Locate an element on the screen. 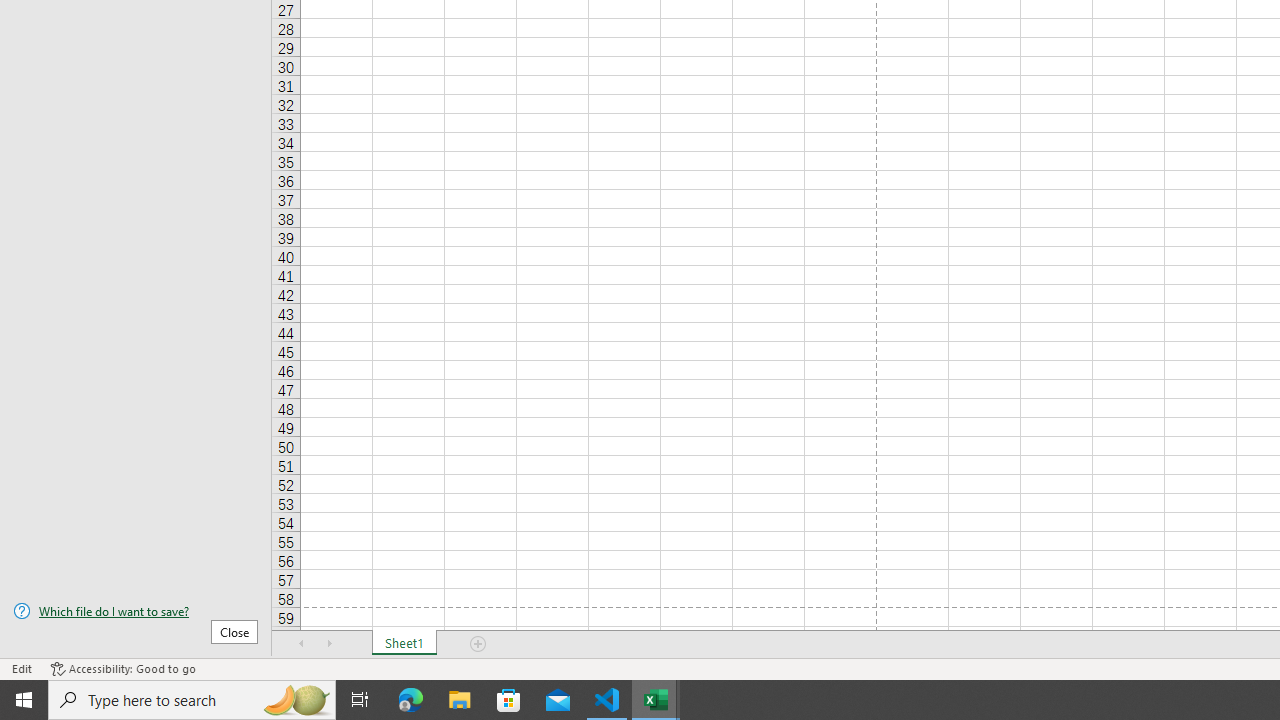  'Add Sheet' is located at coordinates (477, 644).